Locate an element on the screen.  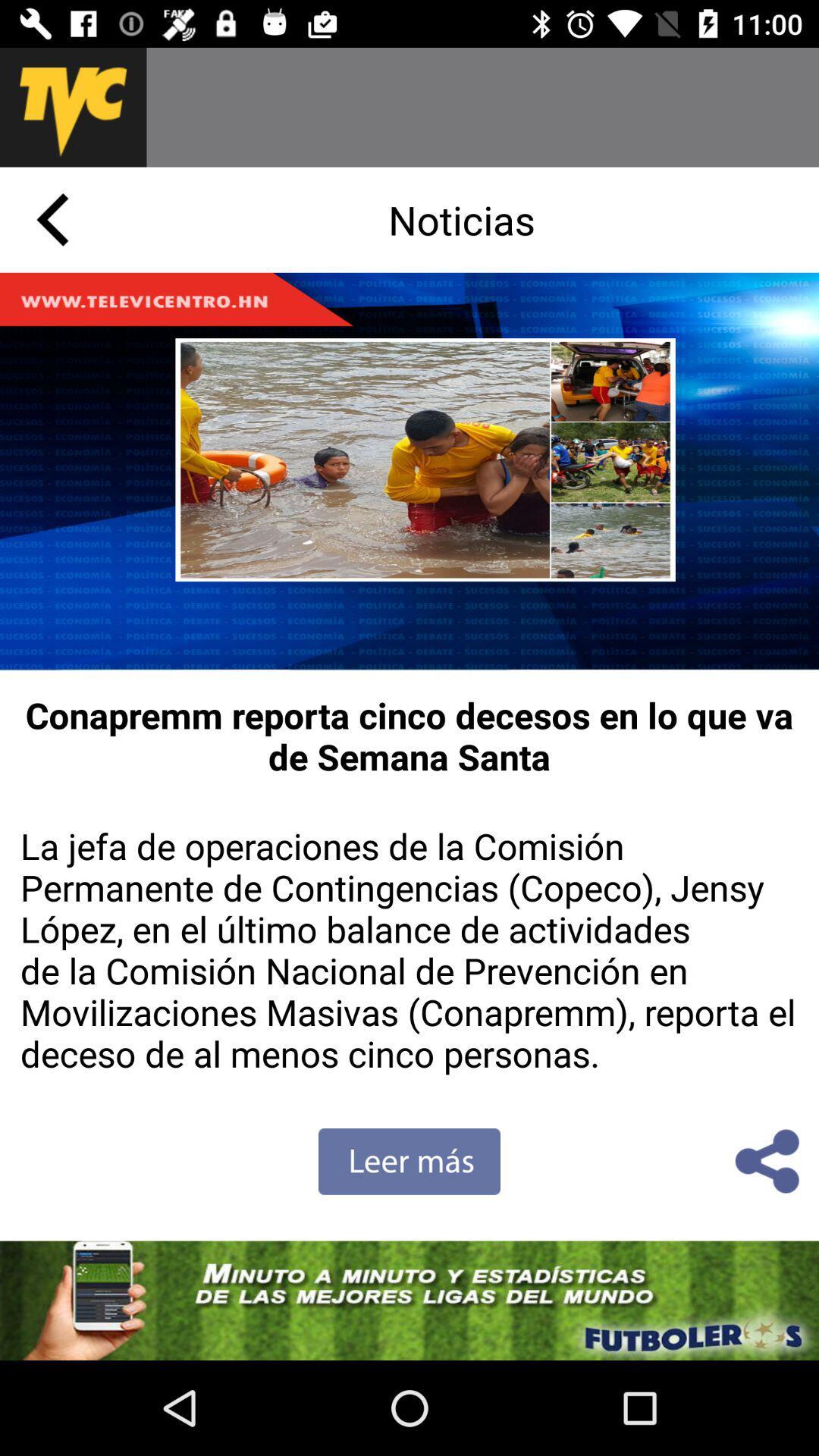
the arrow_backward icon is located at coordinates (52, 218).